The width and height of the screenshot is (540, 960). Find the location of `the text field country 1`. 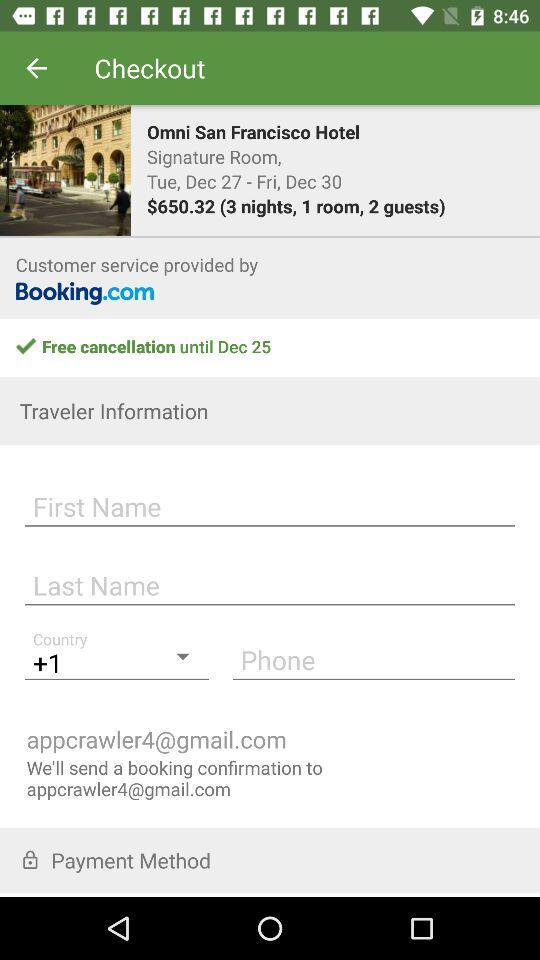

the text field country 1 is located at coordinates (117, 658).